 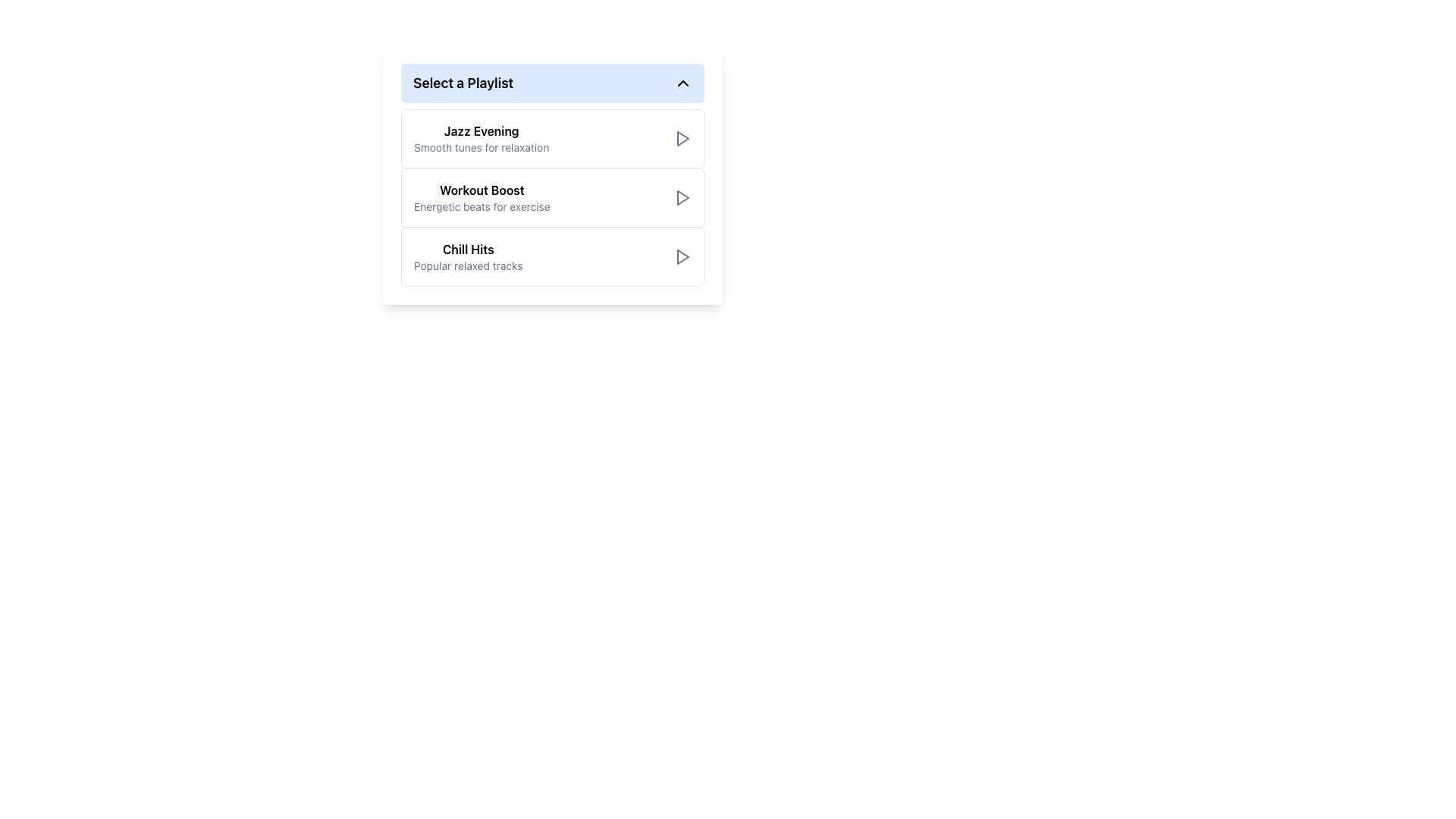 I want to click on the title of the 'Workout Boost' playlist option, which is located second from the top in the list within the 'Select a Playlist' card component, so click(x=481, y=189).